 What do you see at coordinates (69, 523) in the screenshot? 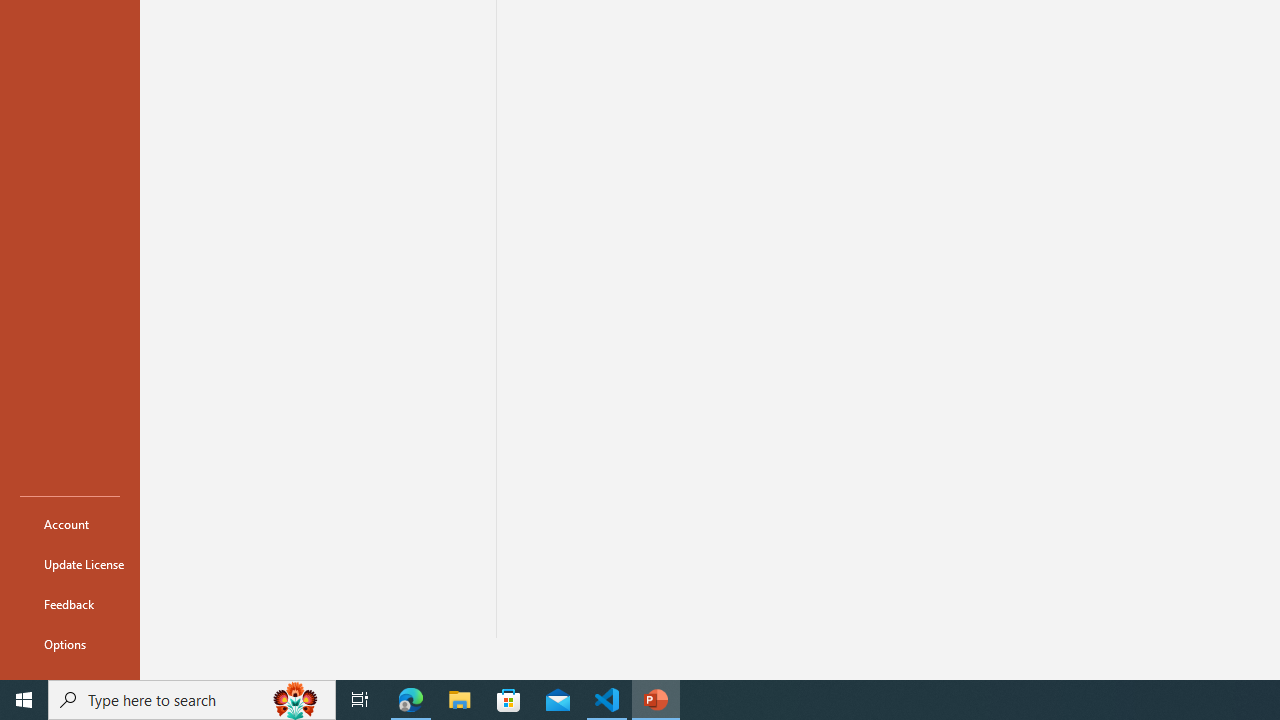
I see `'Account'` at bounding box center [69, 523].